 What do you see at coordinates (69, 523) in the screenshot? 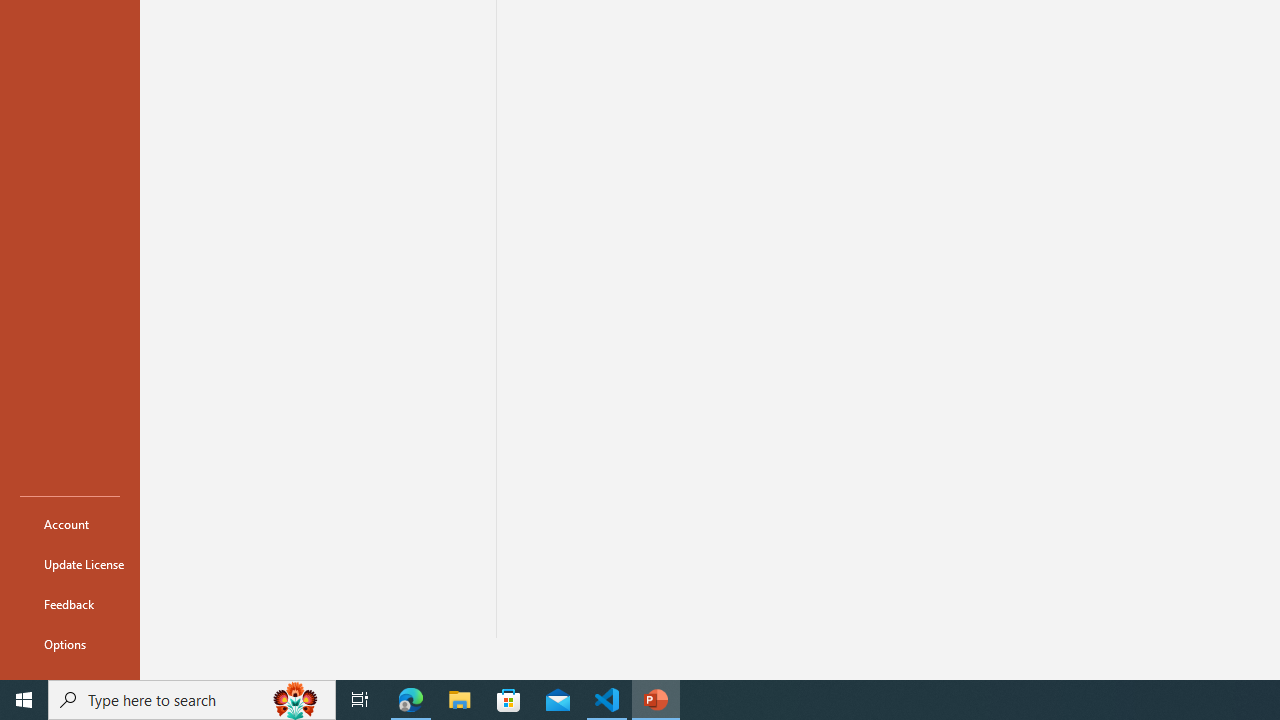
I see `'Account'` at bounding box center [69, 523].